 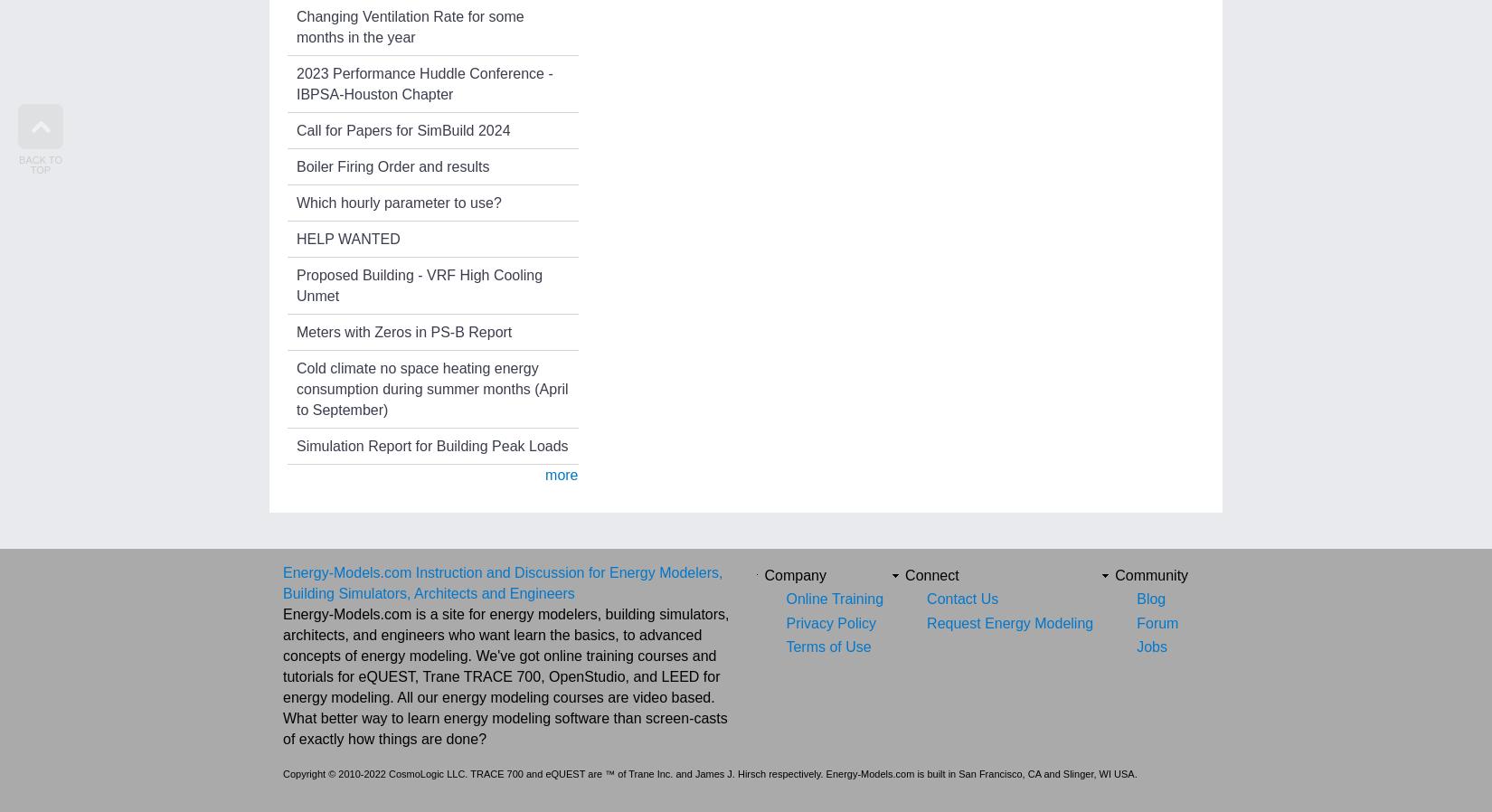 What do you see at coordinates (786, 622) in the screenshot?
I see `'Privacy Policy'` at bounding box center [786, 622].